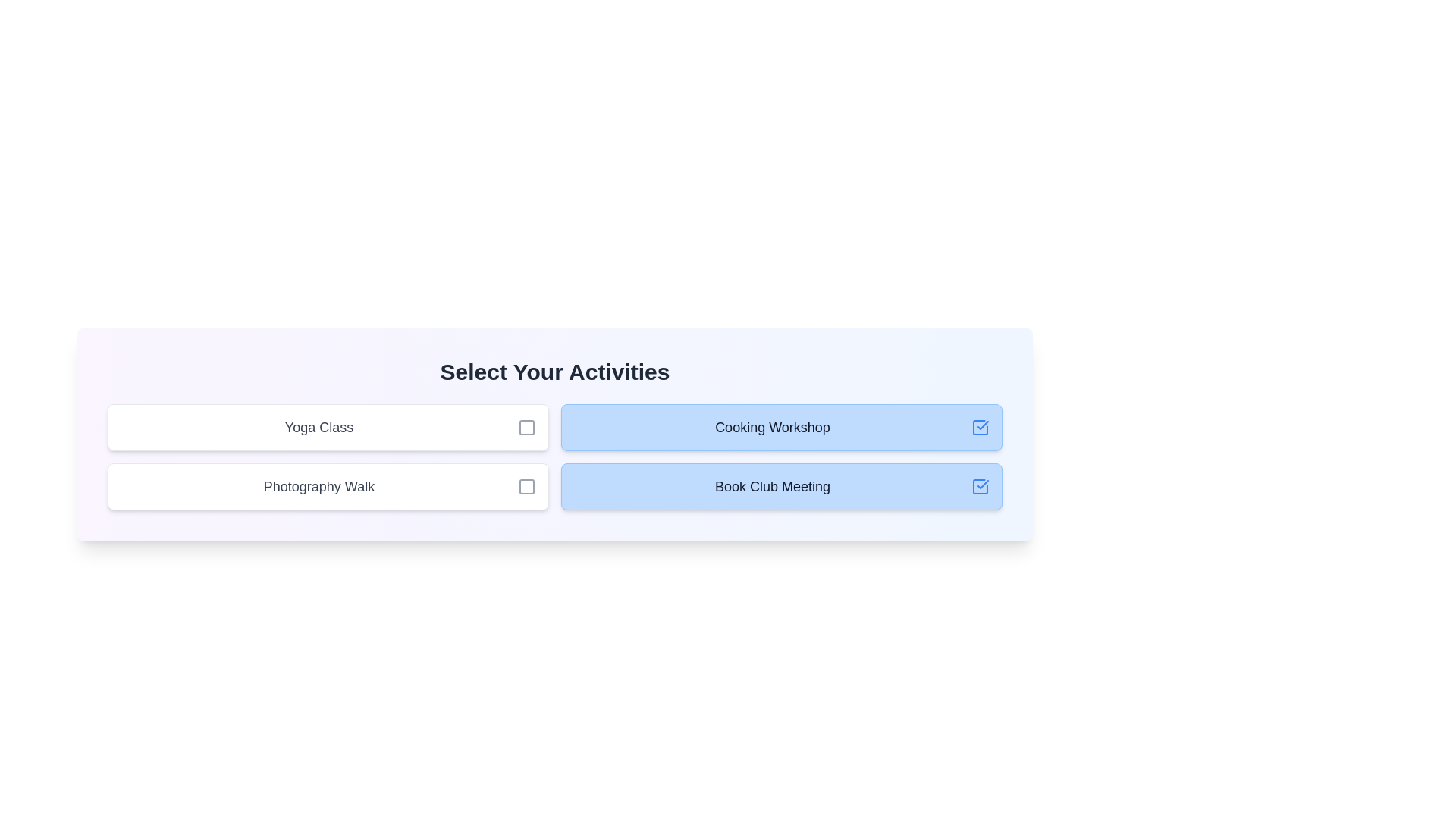  I want to click on the activity identified by its name Cooking Workshop, so click(980, 427).